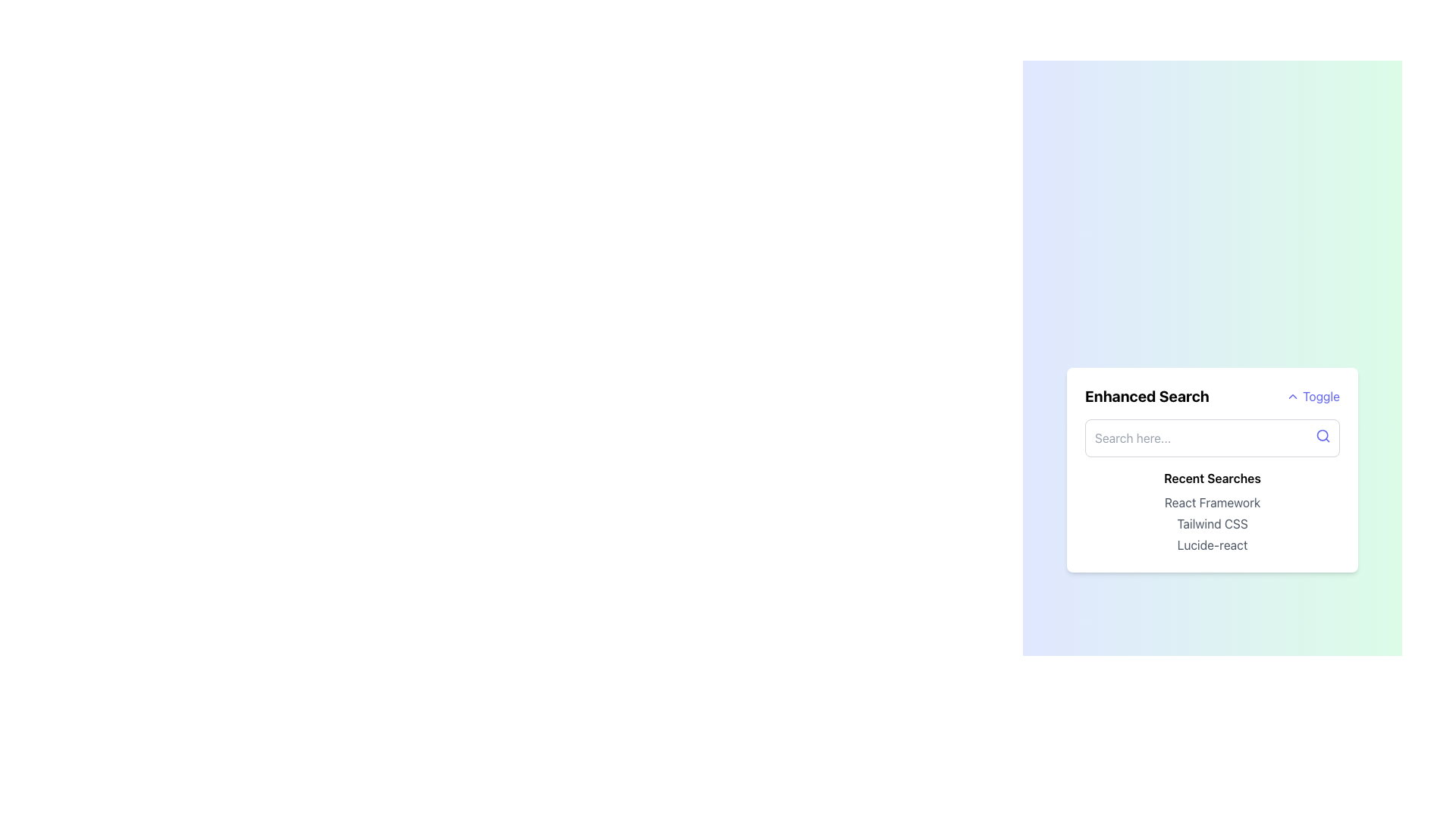  Describe the element at coordinates (1211, 522) in the screenshot. I see `any of the three clickable text items in the 'Recent Searches' list, which includes 'React Framework', 'Tailwind CSS', and 'Lucide-react'` at that location.